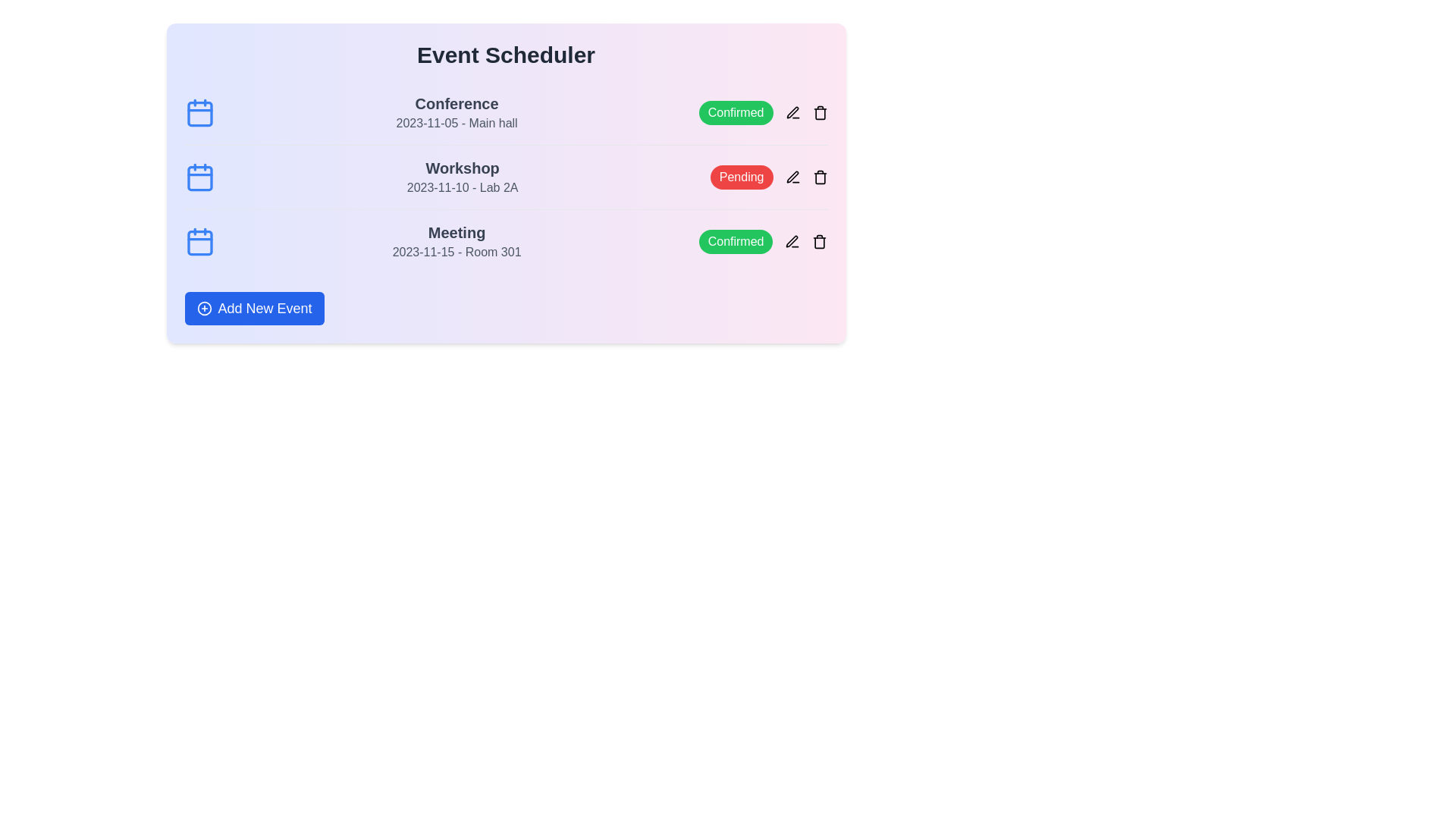 The image size is (1456, 819). Describe the element at coordinates (199, 177) in the screenshot. I see `the inner rounded rectangle component of the second calendar icon from the top in the left column of the event scheduler` at that location.